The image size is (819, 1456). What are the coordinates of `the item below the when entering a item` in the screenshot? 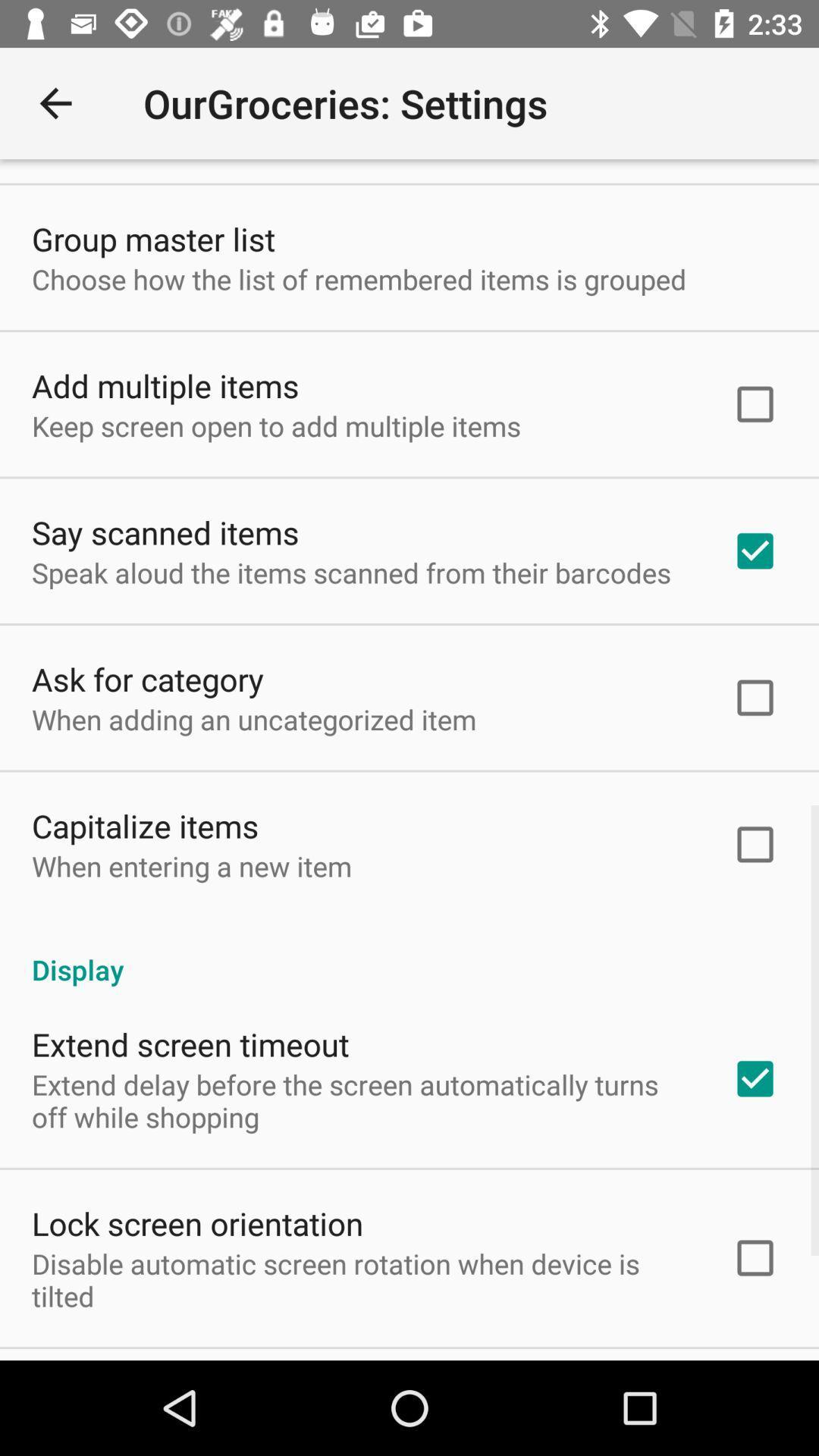 It's located at (409, 952).